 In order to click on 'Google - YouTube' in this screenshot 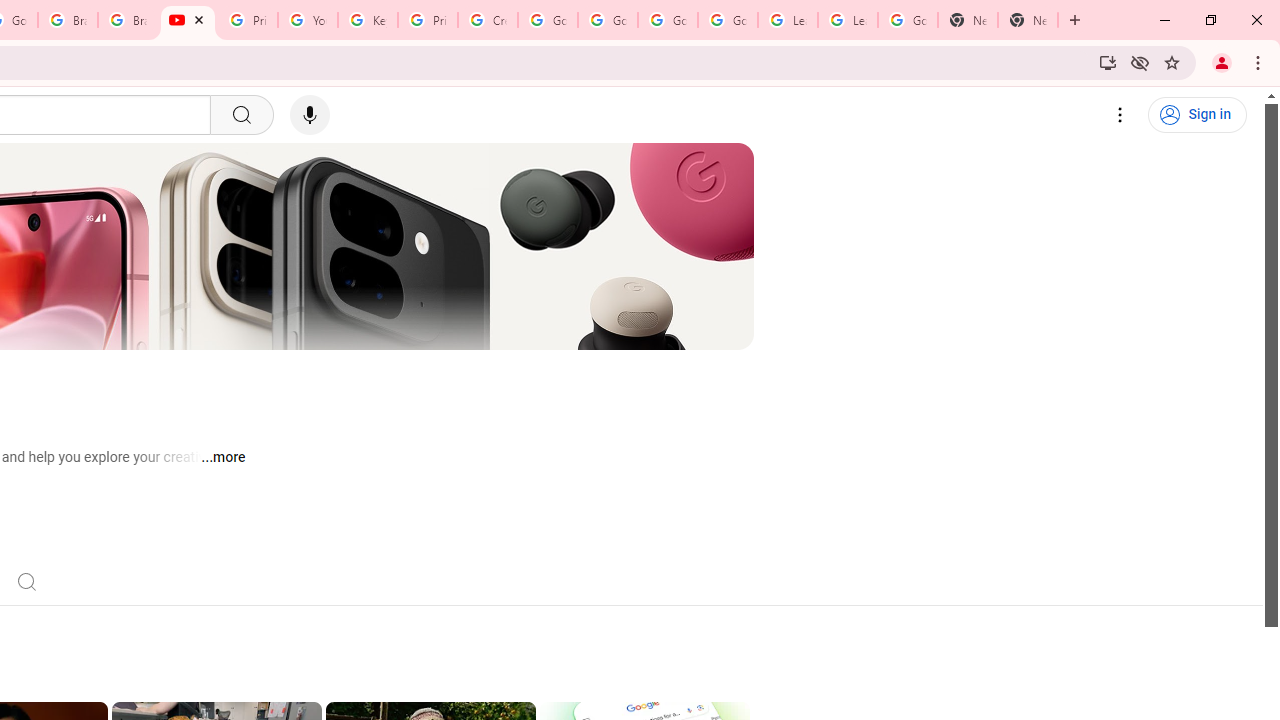, I will do `click(187, 20)`.